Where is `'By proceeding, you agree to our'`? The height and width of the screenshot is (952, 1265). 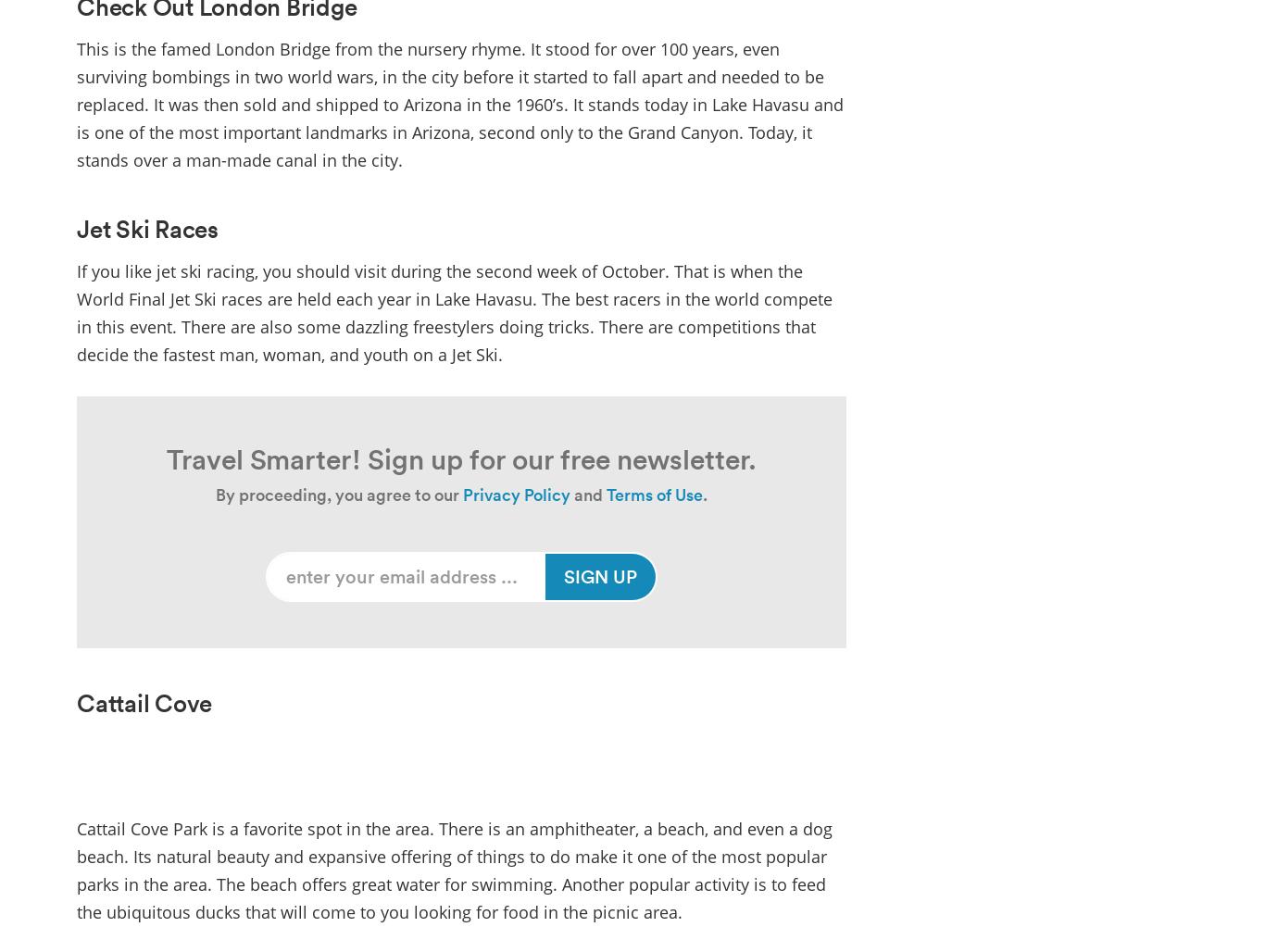 'By proceeding, you agree to our' is located at coordinates (337, 494).